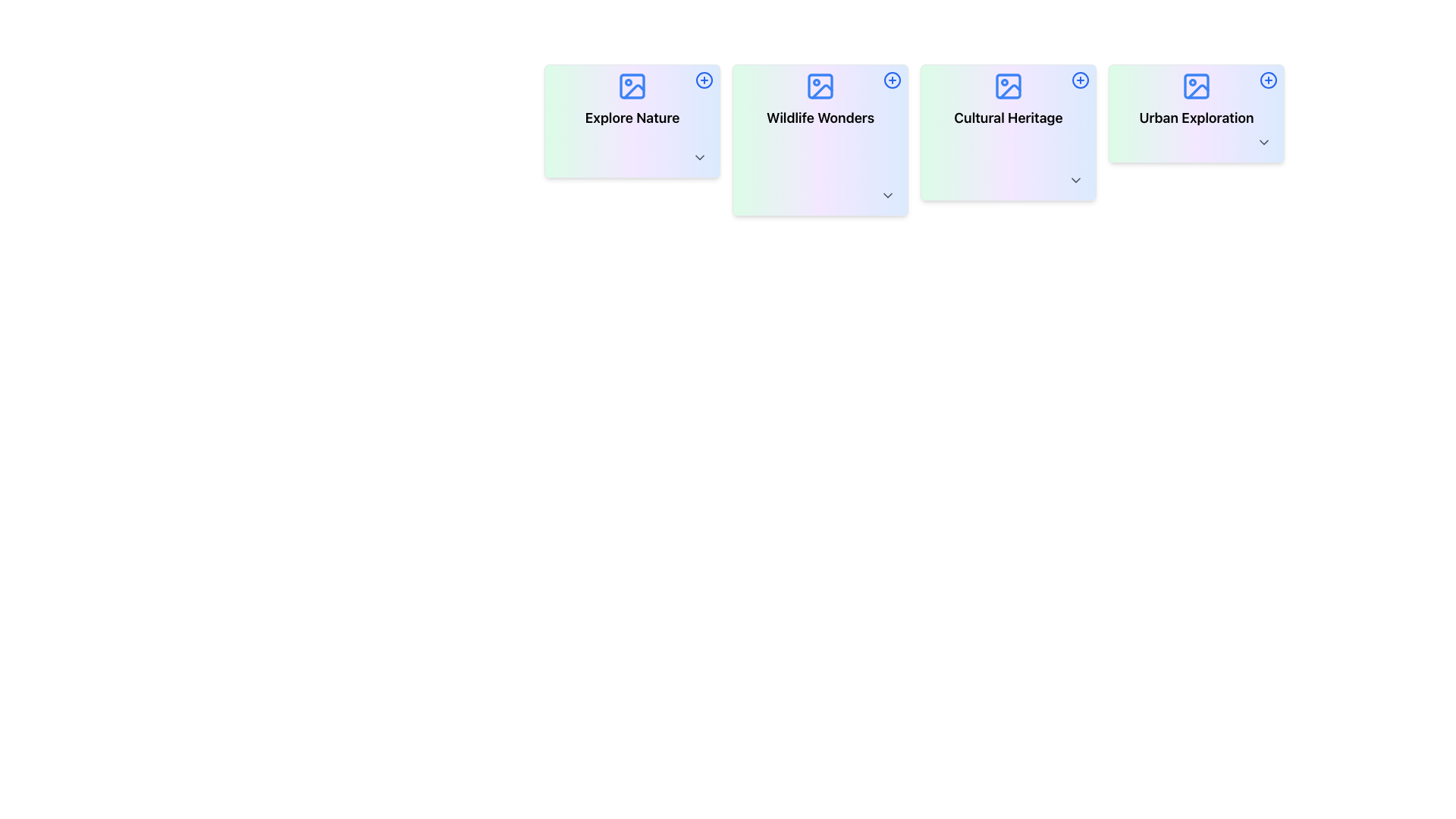 This screenshot has height=819, width=1456. What do you see at coordinates (1196, 86) in the screenshot?
I see `the blue icon resembling a minimalist image or landscape depiction located at the top-center of the 'Urban Exploration' card` at bounding box center [1196, 86].